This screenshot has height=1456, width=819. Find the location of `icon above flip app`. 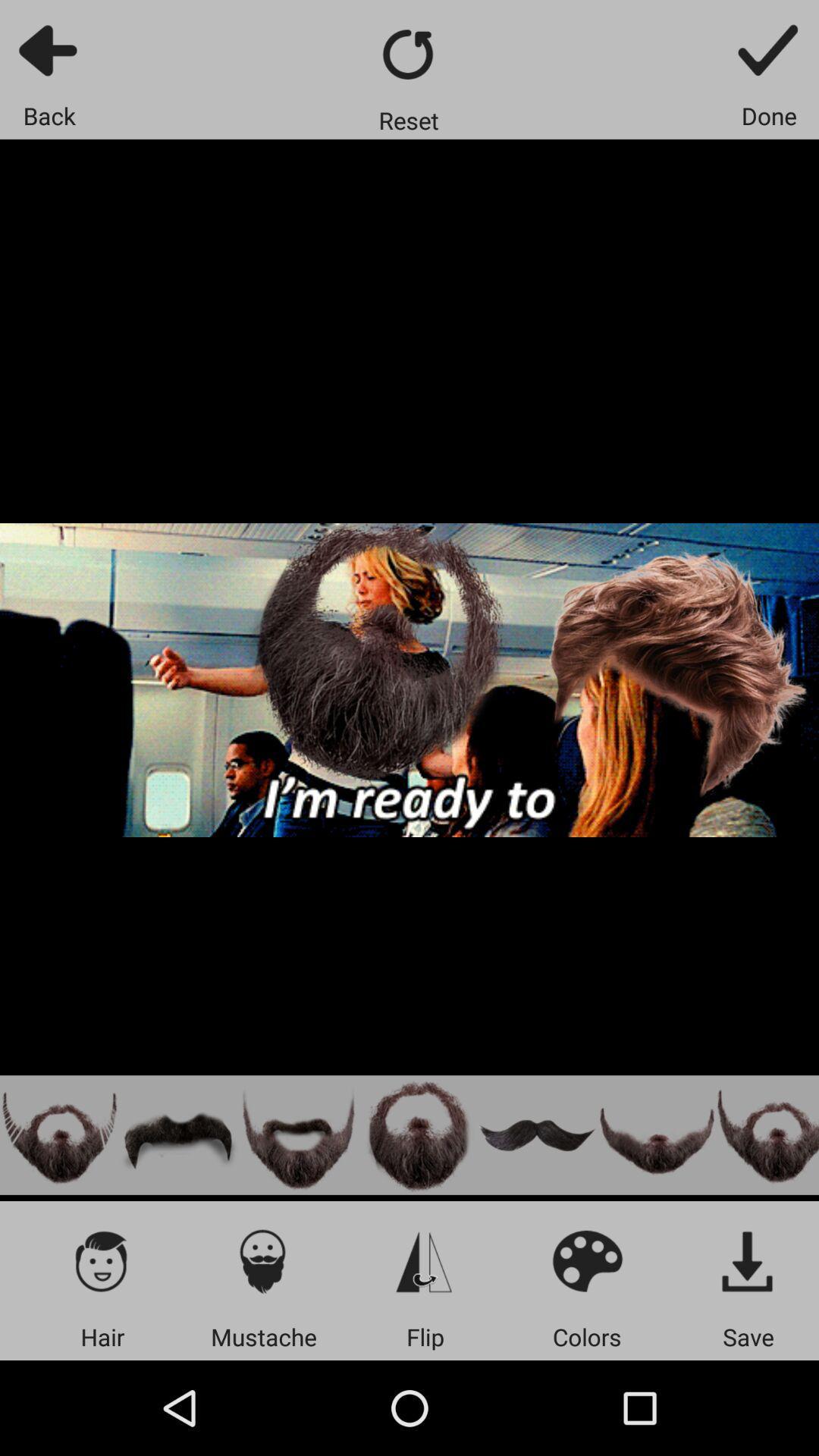

icon above flip app is located at coordinates (425, 1260).